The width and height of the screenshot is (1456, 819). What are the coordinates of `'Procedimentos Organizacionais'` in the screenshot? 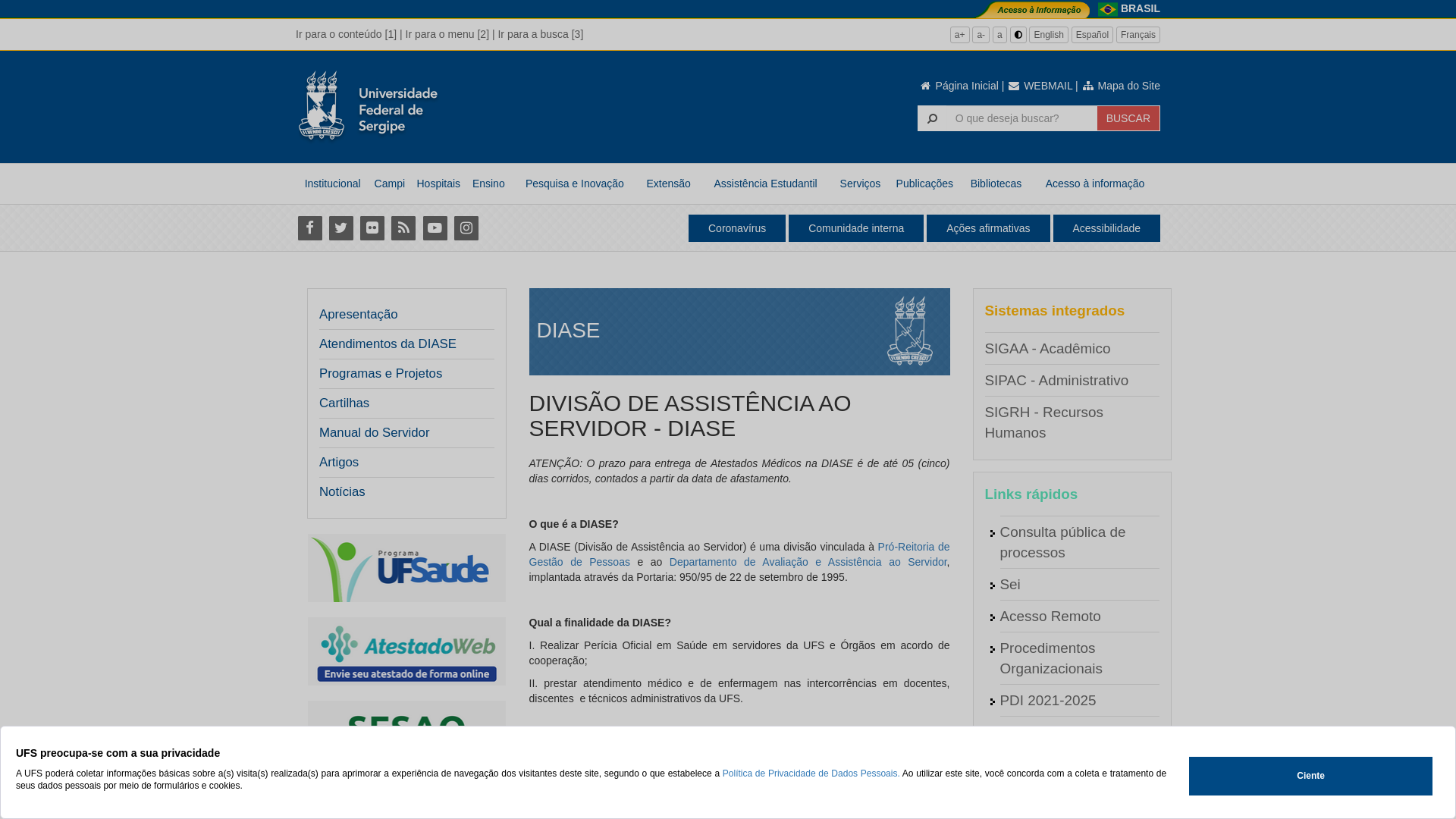 It's located at (1050, 657).